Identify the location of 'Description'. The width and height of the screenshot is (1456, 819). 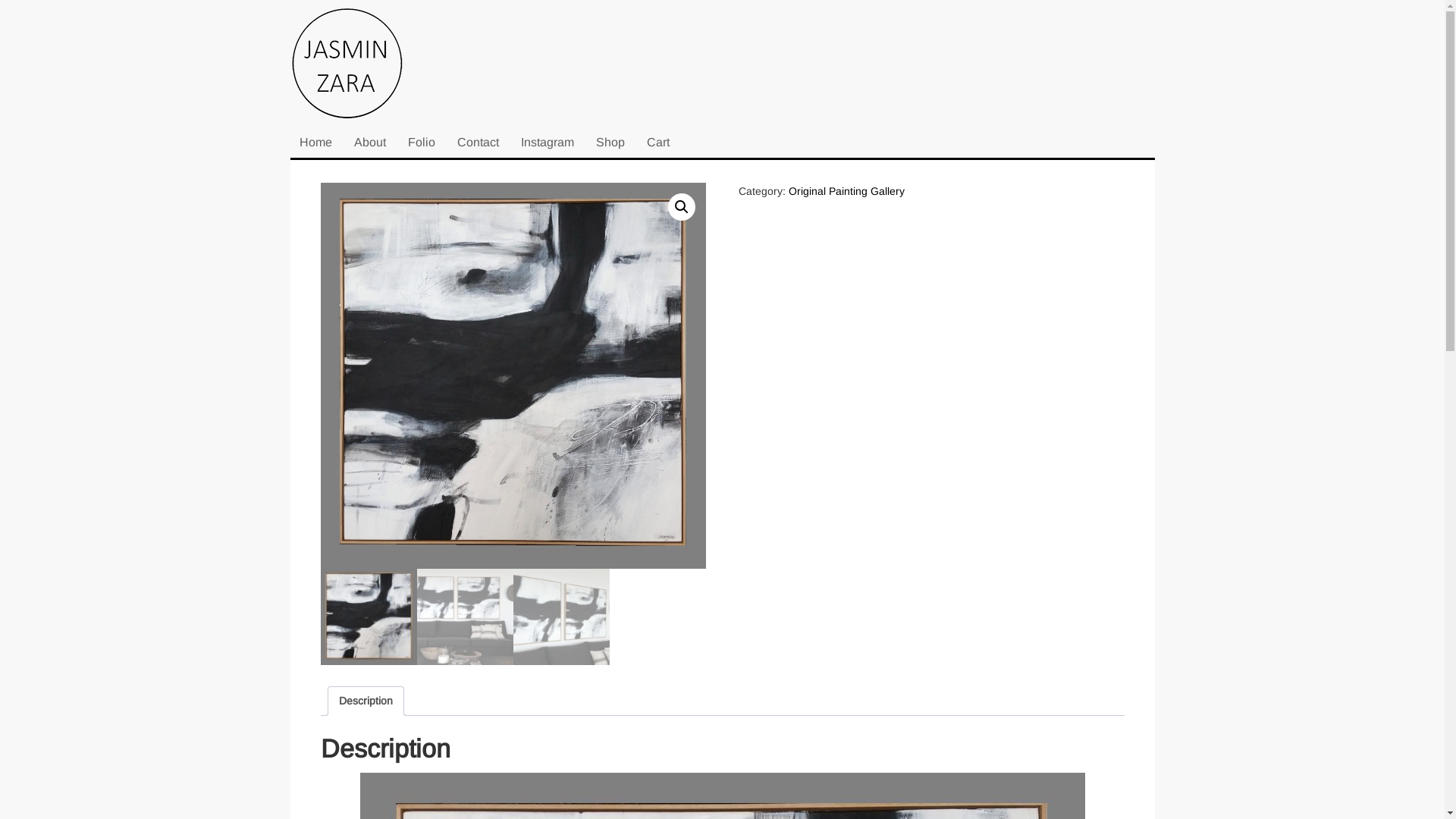
(365, 701).